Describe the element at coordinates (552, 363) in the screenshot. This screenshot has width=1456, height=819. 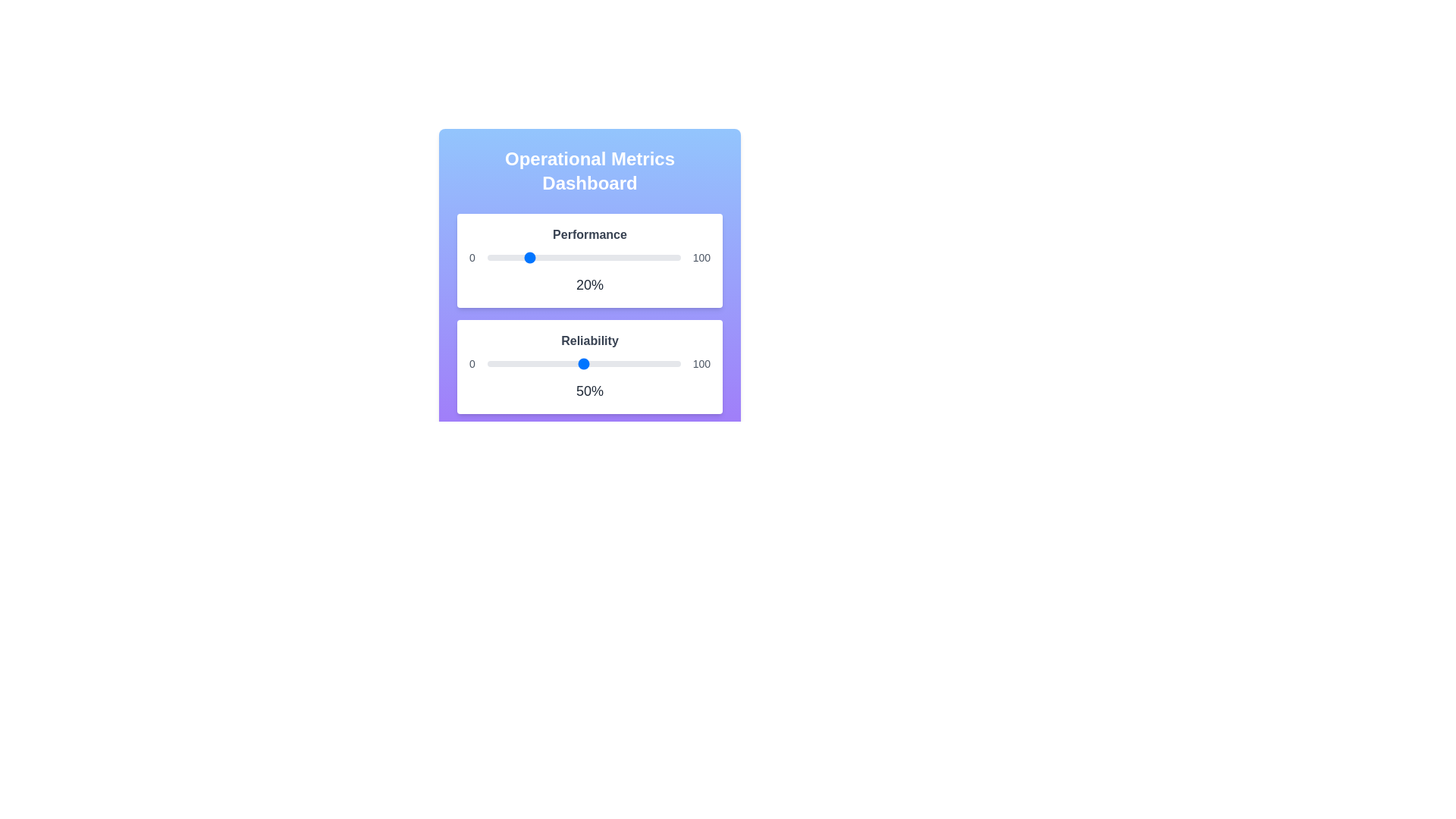
I see `the reliability slider` at that location.